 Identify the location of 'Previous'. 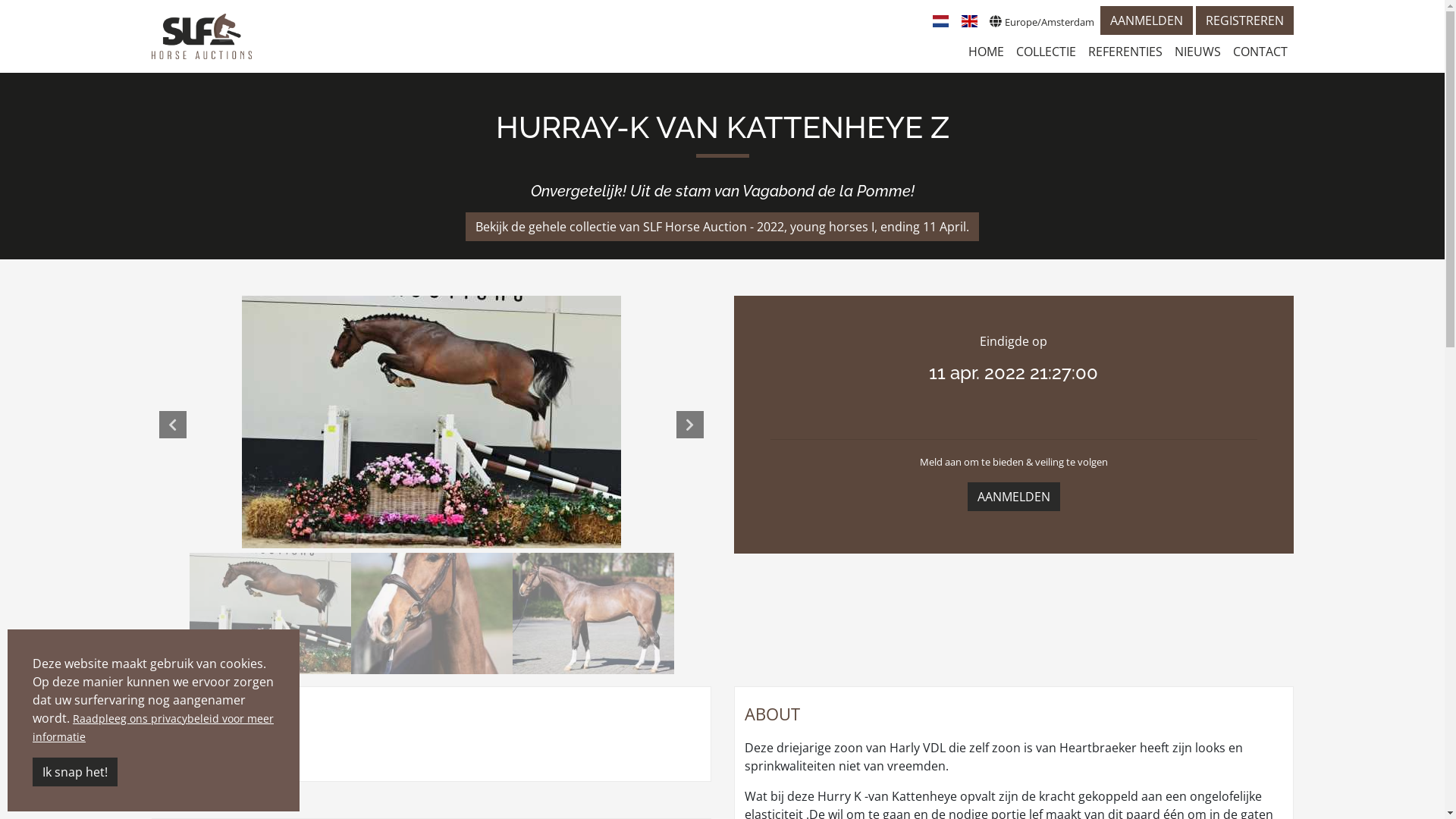
(172, 424).